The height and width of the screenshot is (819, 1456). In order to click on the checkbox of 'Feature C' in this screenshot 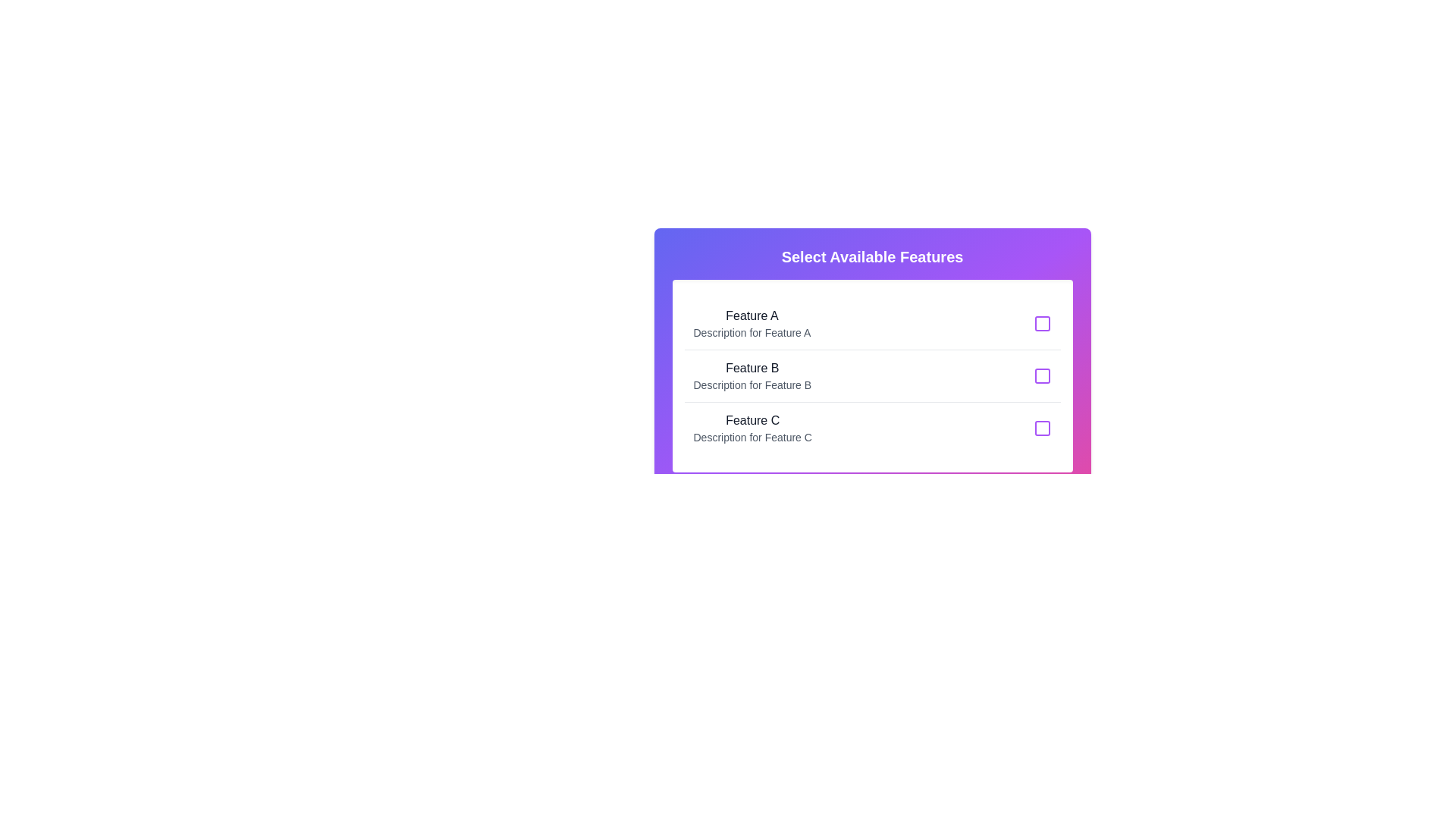, I will do `click(872, 428)`.